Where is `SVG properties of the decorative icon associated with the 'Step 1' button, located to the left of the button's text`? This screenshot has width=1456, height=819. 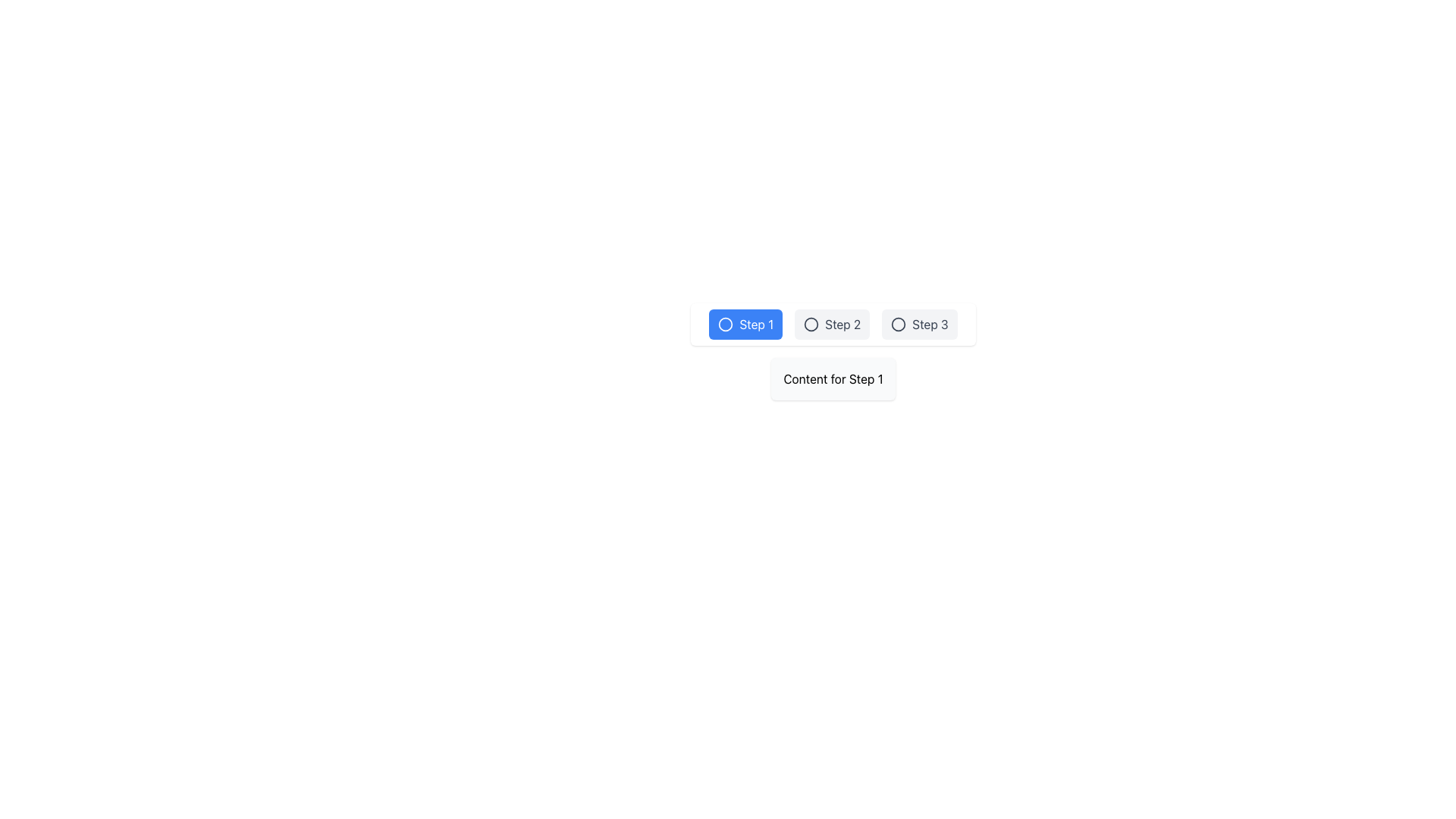 SVG properties of the decorative icon associated with the 'Step 1' button, located to the left of the button's text is located at coordinates (725, 324).